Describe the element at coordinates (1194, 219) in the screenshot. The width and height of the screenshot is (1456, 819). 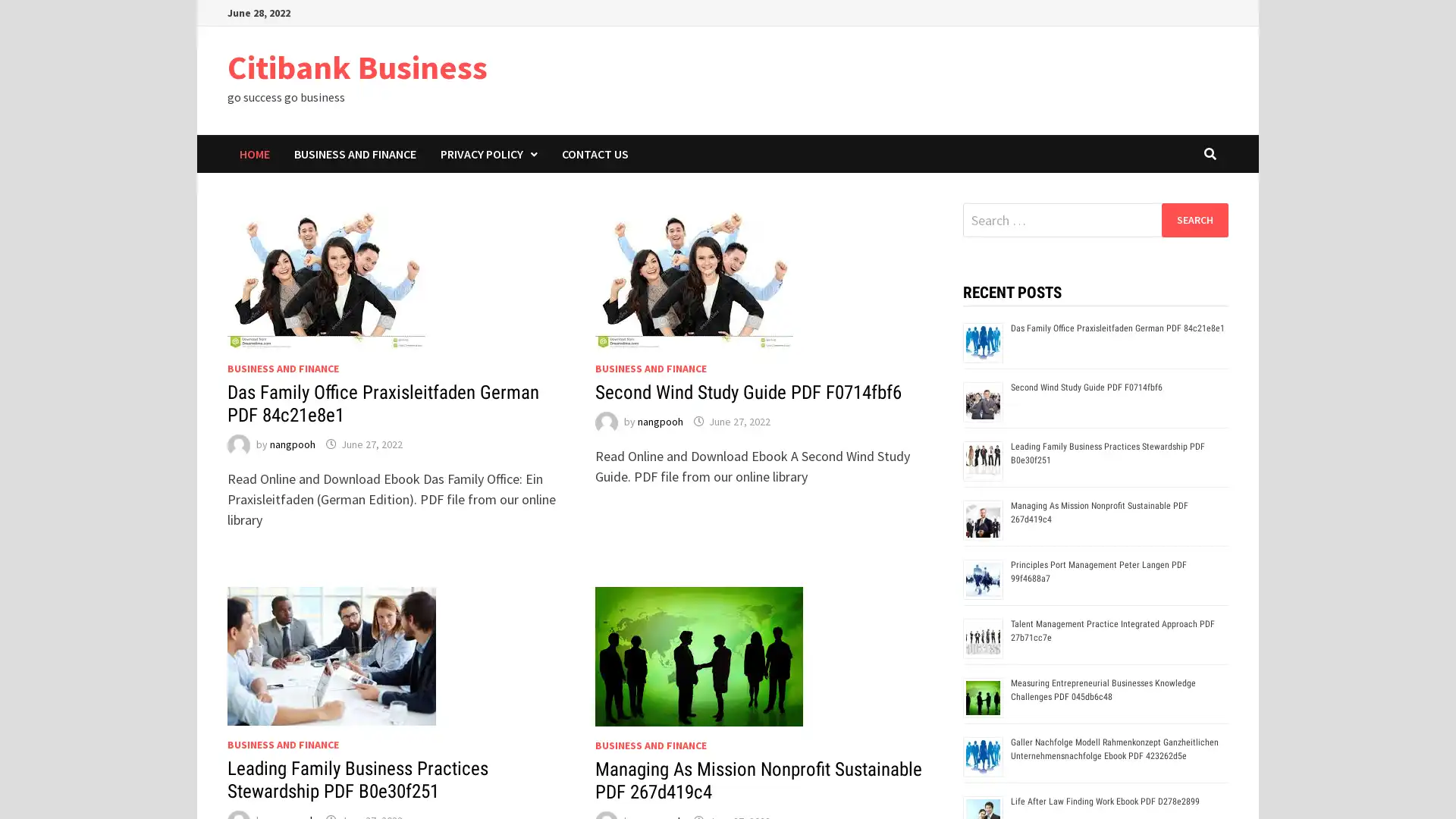
I see `Search` at that location.